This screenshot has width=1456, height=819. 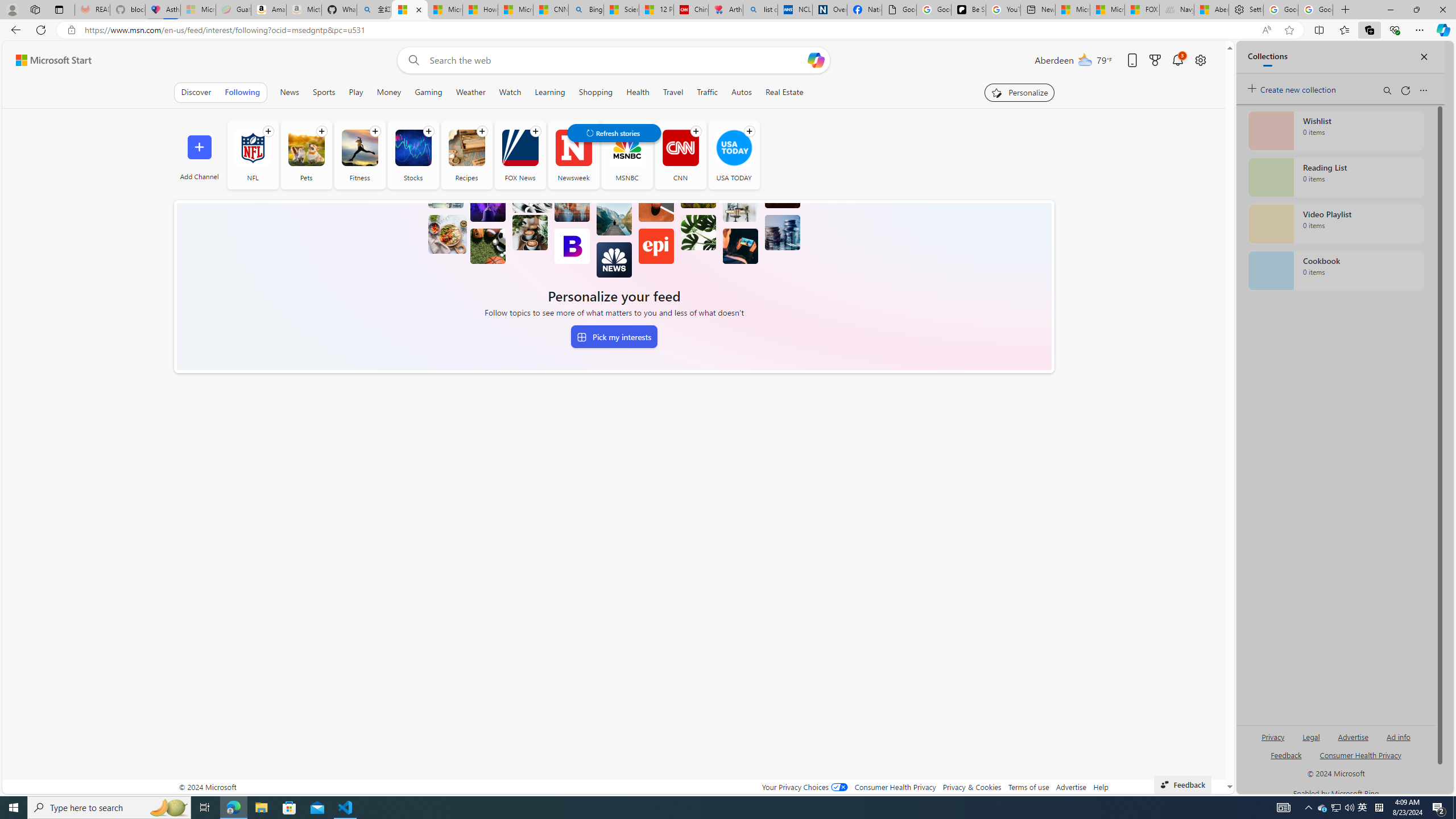 What do you see at coordinates (1199, 60) in the screenshot?
I see `'Open settings'` at bounding box center [1199, 60].